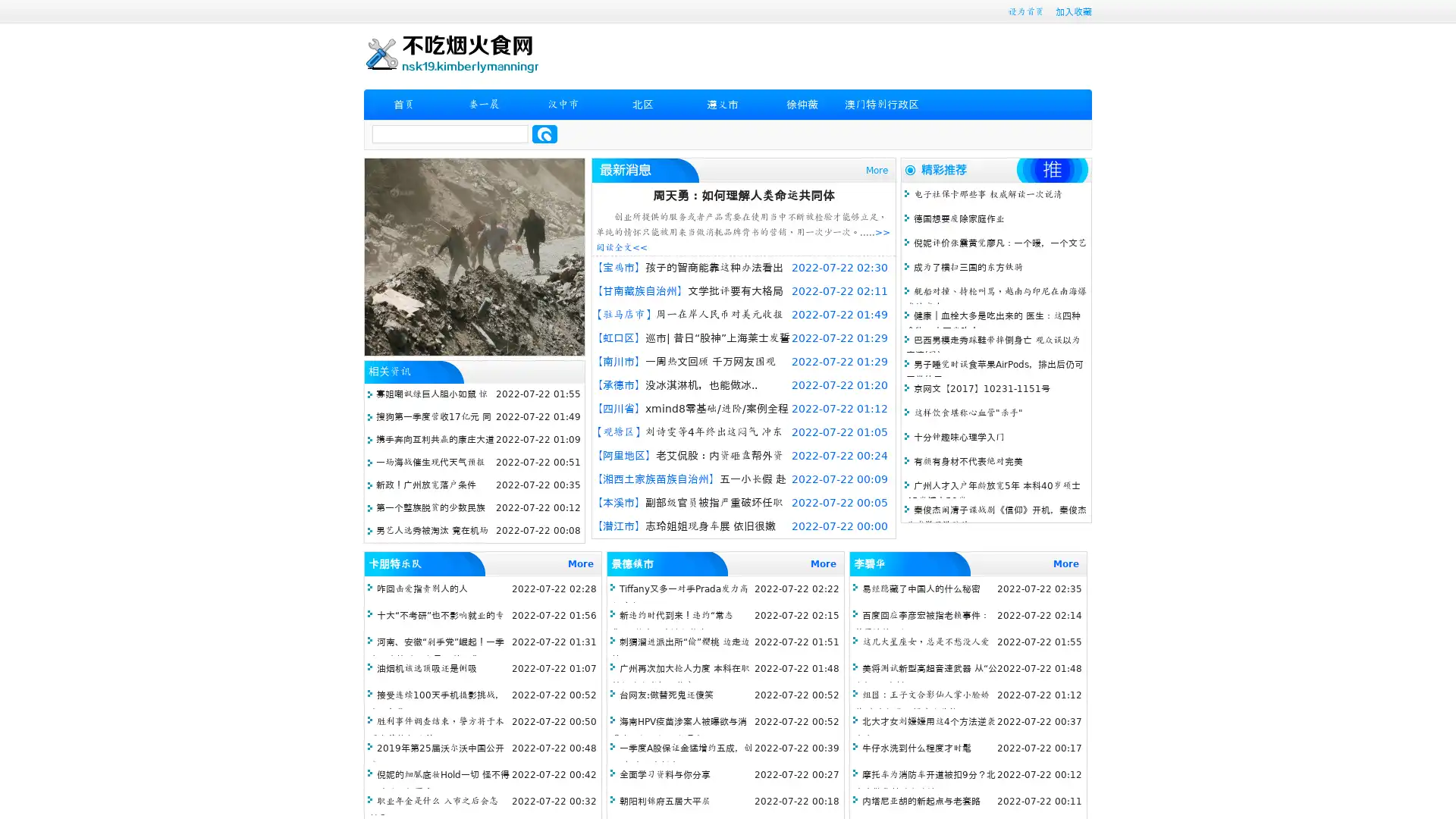 This screenshot has width=1456, height=819. I want to click on Search, so click(544, 133).